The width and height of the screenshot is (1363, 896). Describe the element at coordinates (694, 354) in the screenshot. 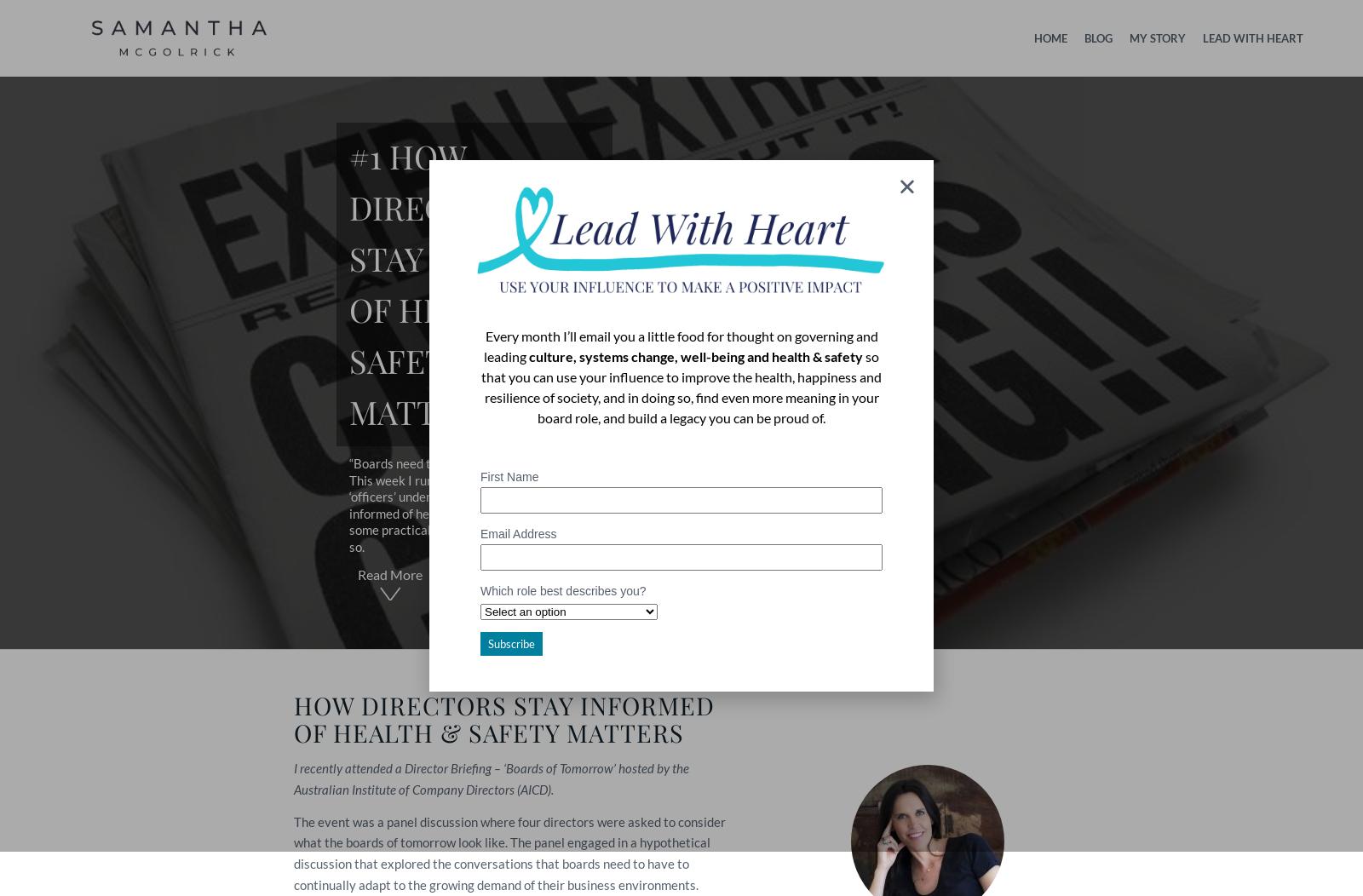

I see `'culture, systems change, well-being and health & safety'` at that location.